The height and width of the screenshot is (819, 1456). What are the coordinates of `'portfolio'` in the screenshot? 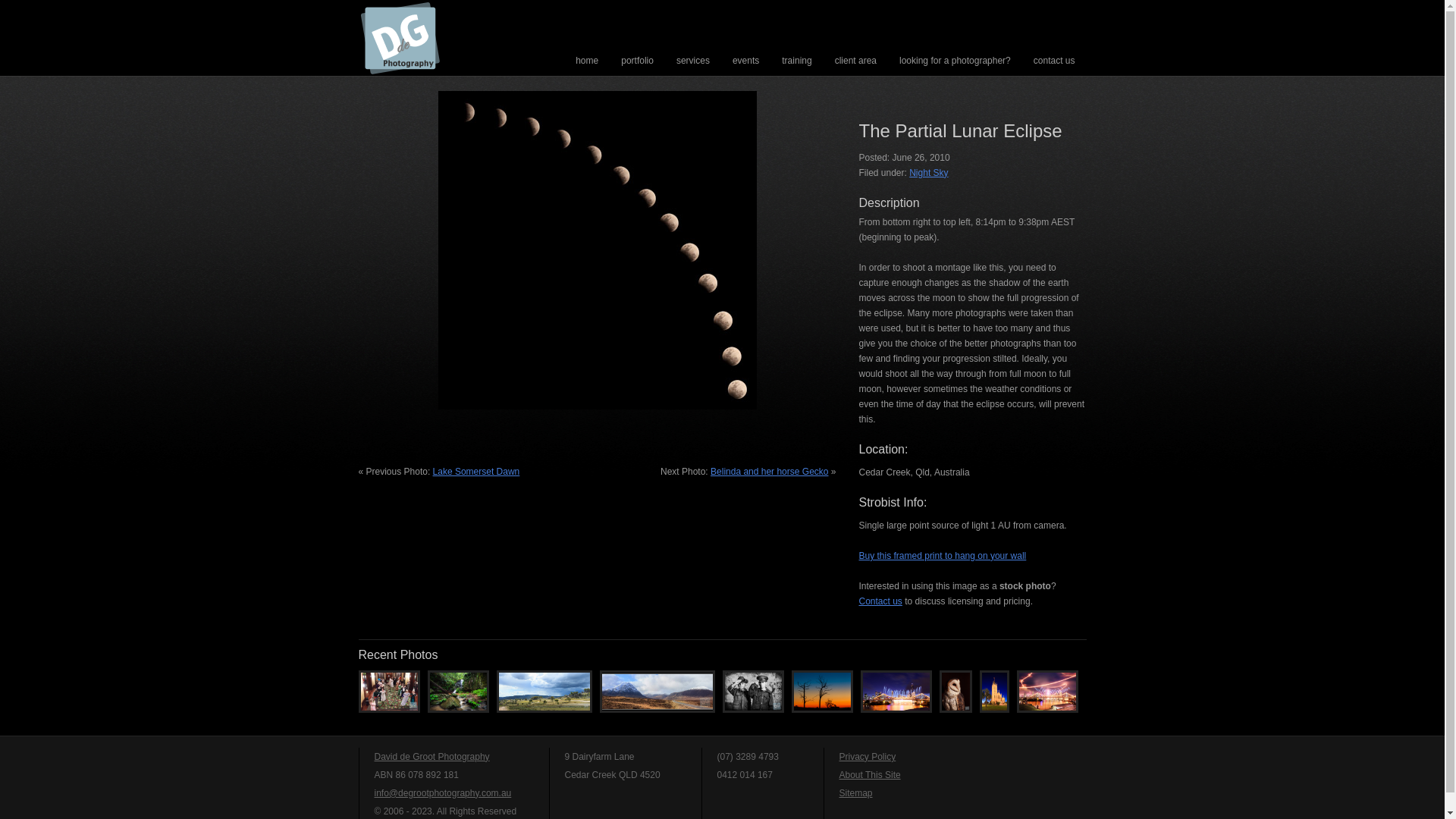 It's located at (637, 61).